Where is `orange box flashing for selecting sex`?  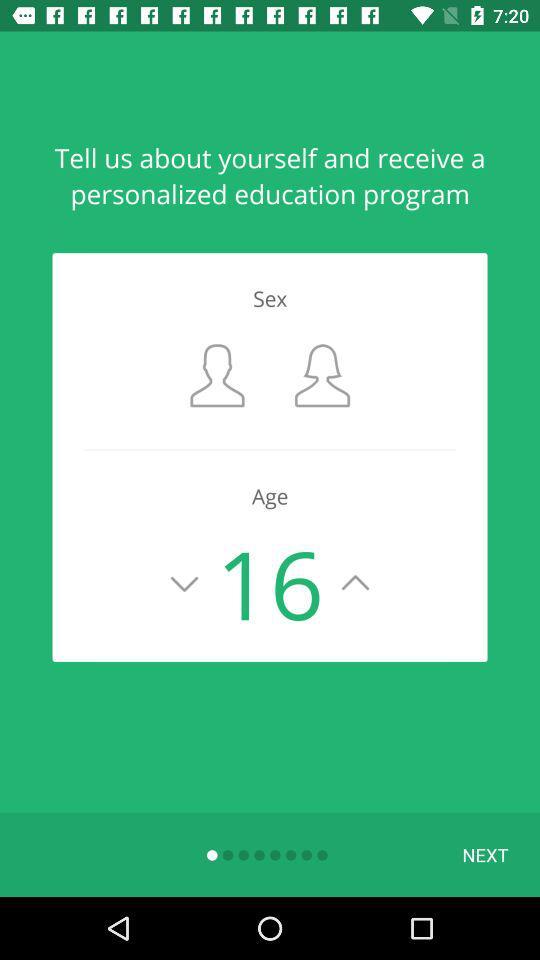 orange box flashing for selecting sex is located at coordinates (322, 374).